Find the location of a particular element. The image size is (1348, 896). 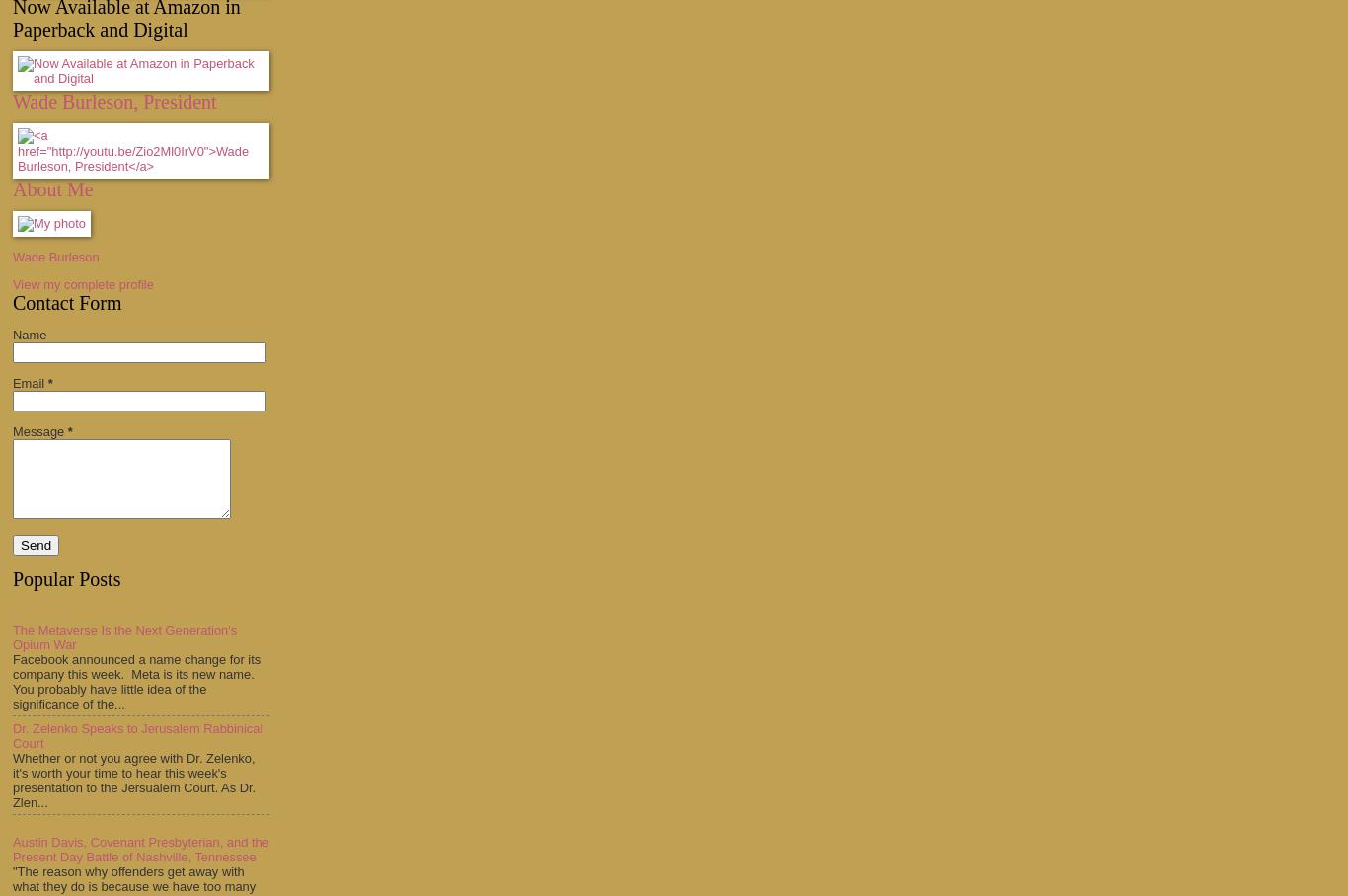

'About Me' is located at coordinates (52, 189).